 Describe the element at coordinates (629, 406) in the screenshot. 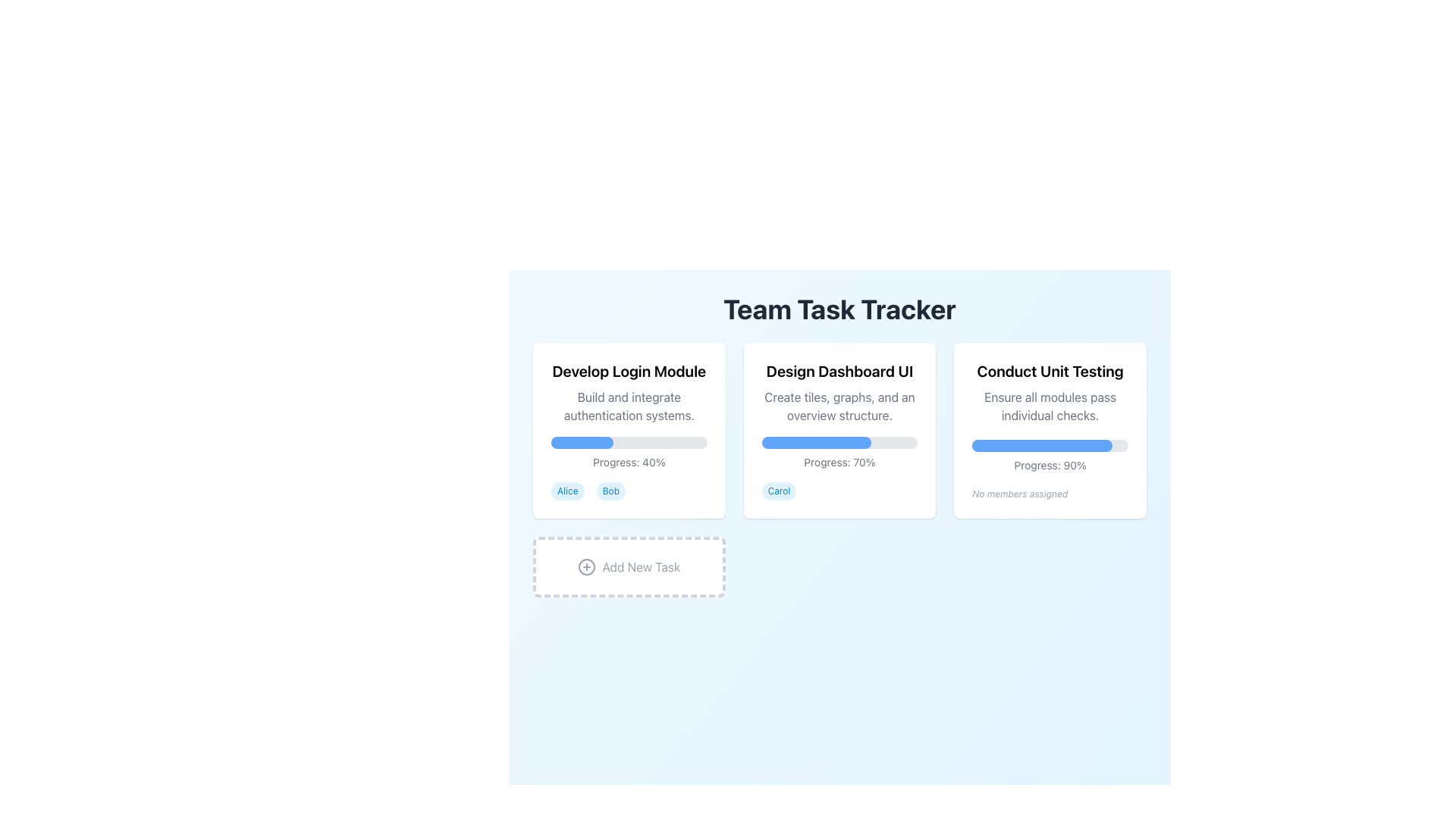

I see `the second text item under the title 'Develop Login Module' in the first task card, which provides a detailed description of the task` at that location.